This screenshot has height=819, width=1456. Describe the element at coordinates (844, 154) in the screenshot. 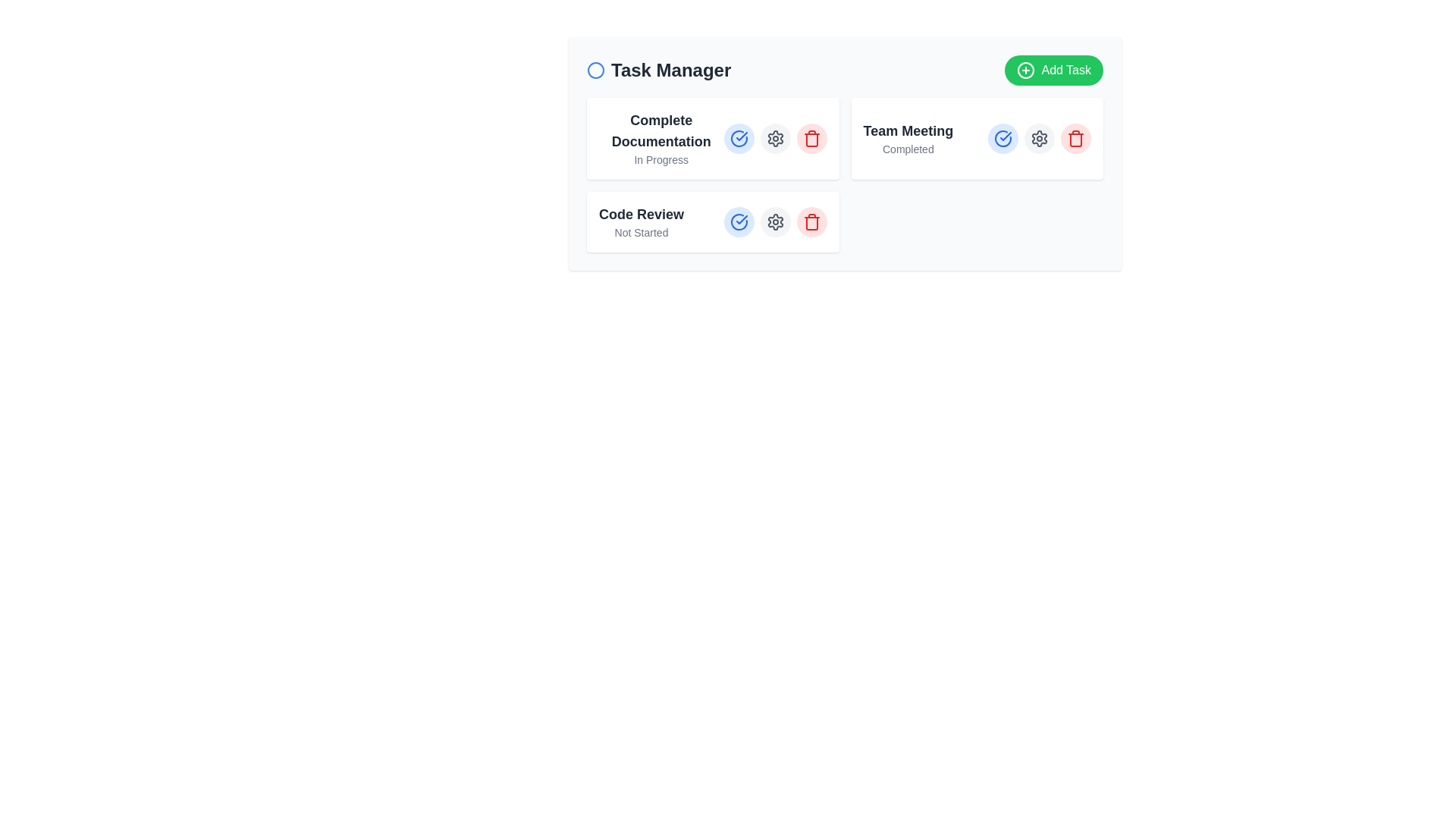

I see `the task card component in the task management interface` at that location.